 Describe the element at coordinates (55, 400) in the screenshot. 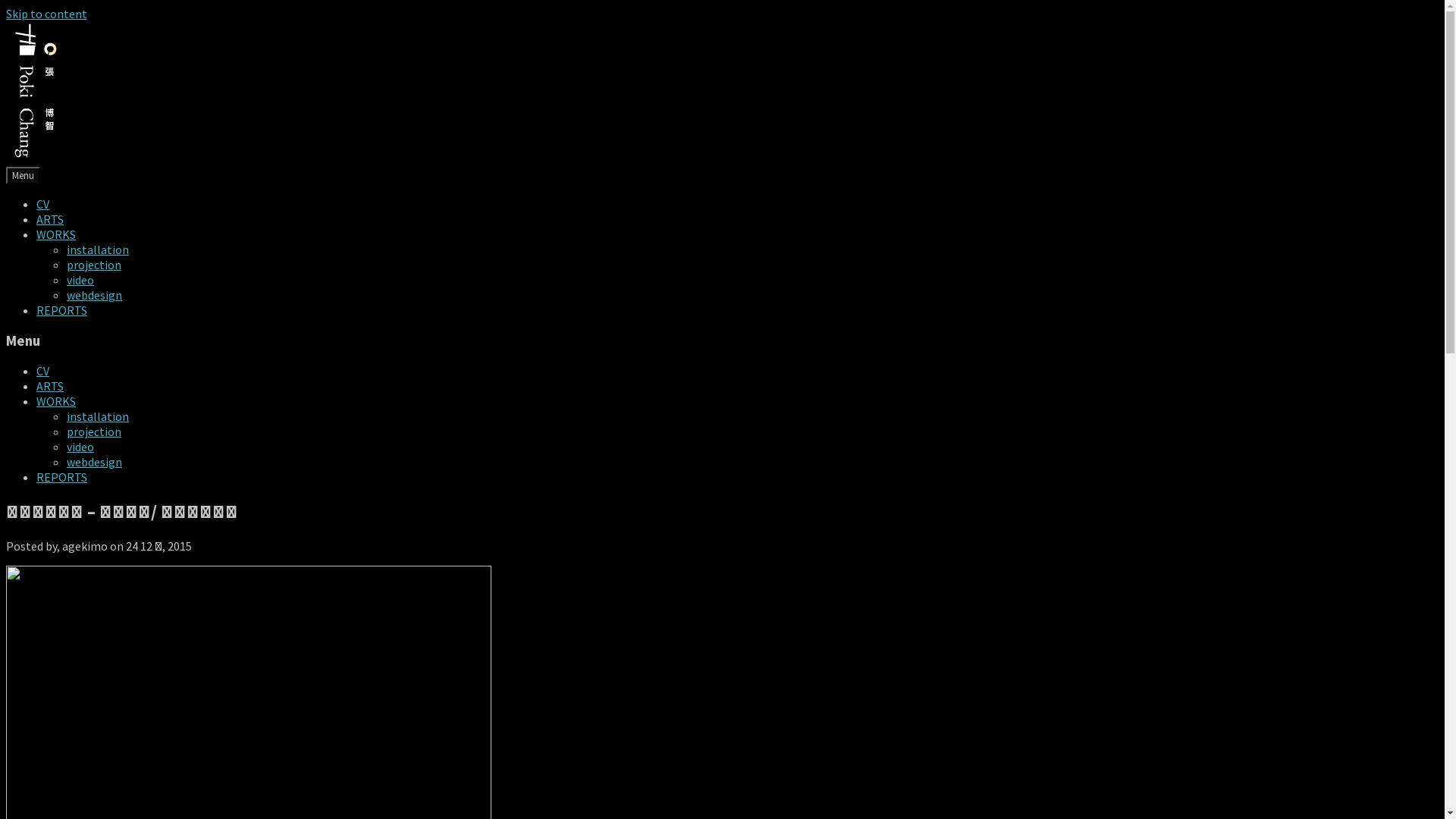

I see `'WORKS'` at that location.